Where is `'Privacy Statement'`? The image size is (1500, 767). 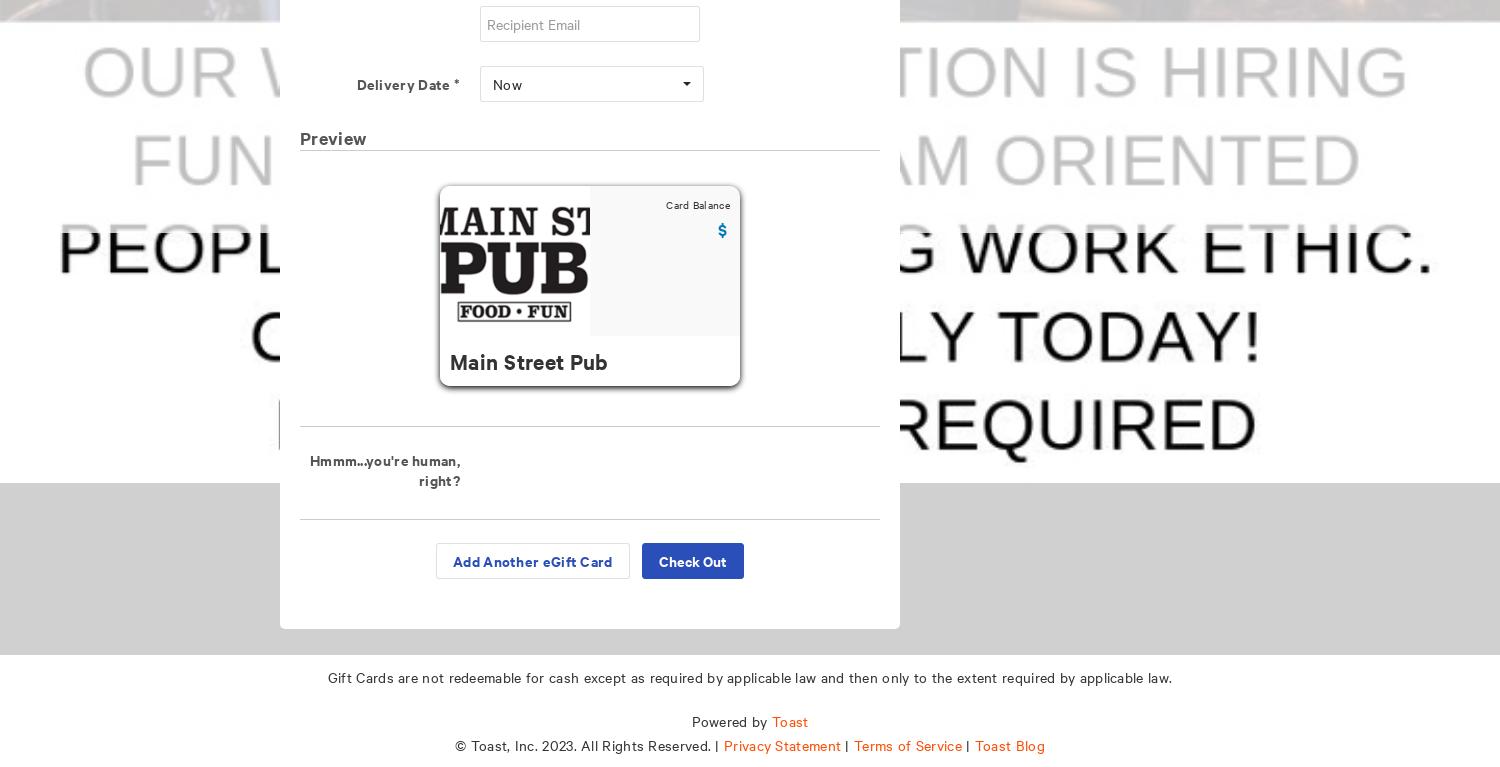 'Privacy Statement' is located at coordinates (723, 744).